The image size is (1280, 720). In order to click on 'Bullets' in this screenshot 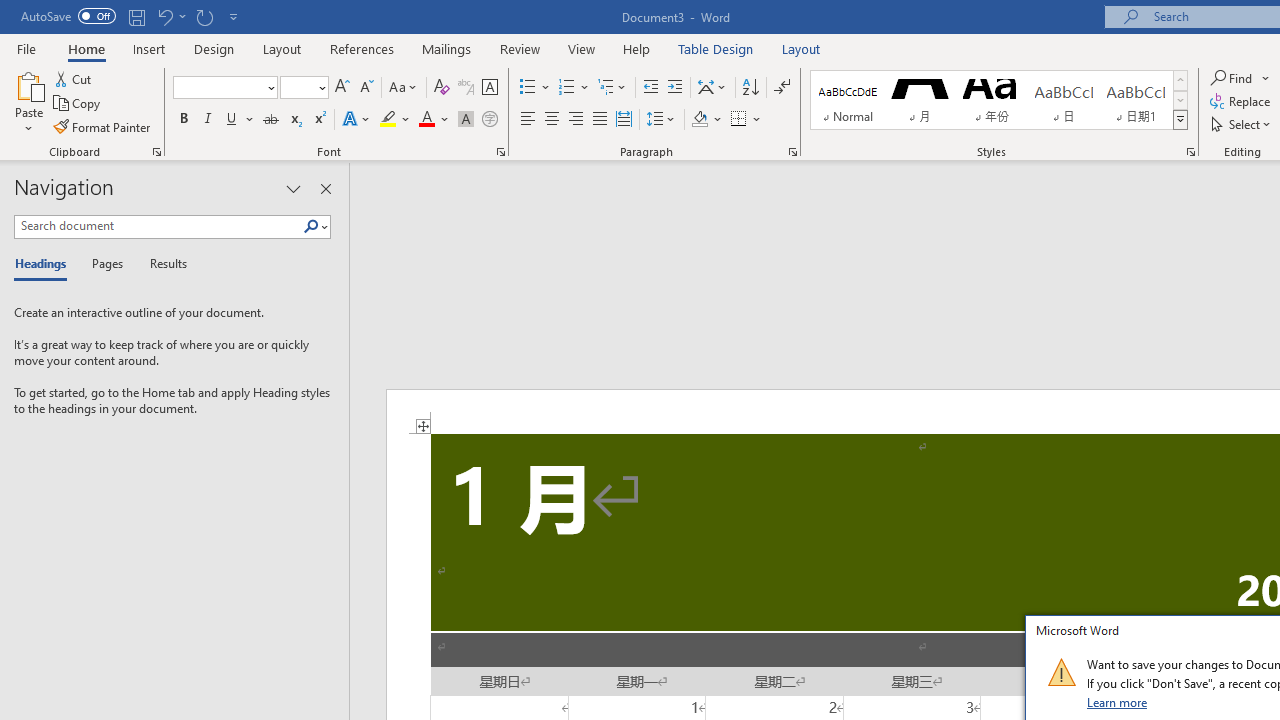, I will do `click(535, 86)`.